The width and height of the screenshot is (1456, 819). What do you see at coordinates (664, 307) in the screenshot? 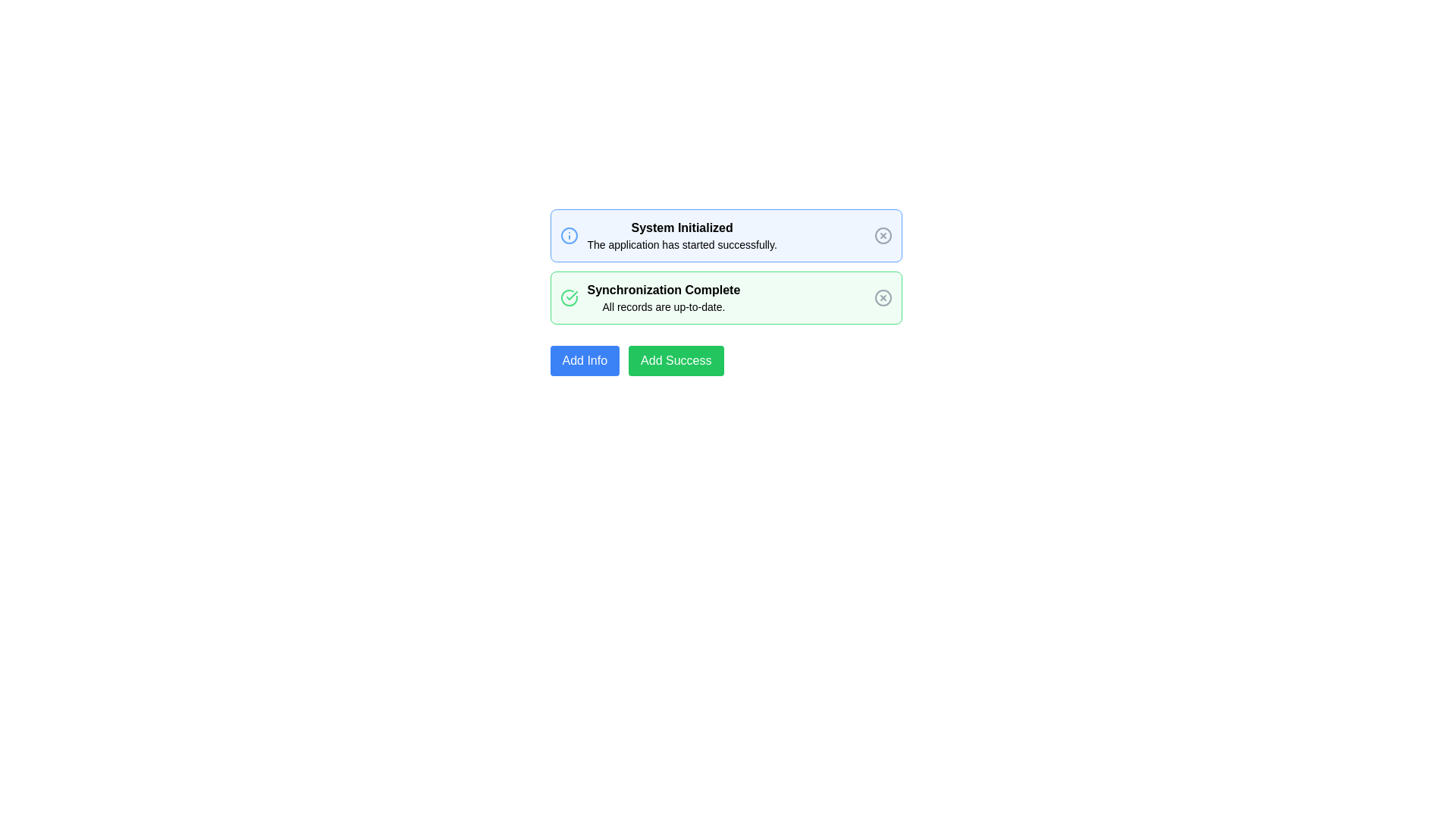
I see `the static text element that conveys the confirmation message indicating all records are synchronized and updated, located in the upper-middle section of a green-bordered notification box` at bounding box center [664, 307].